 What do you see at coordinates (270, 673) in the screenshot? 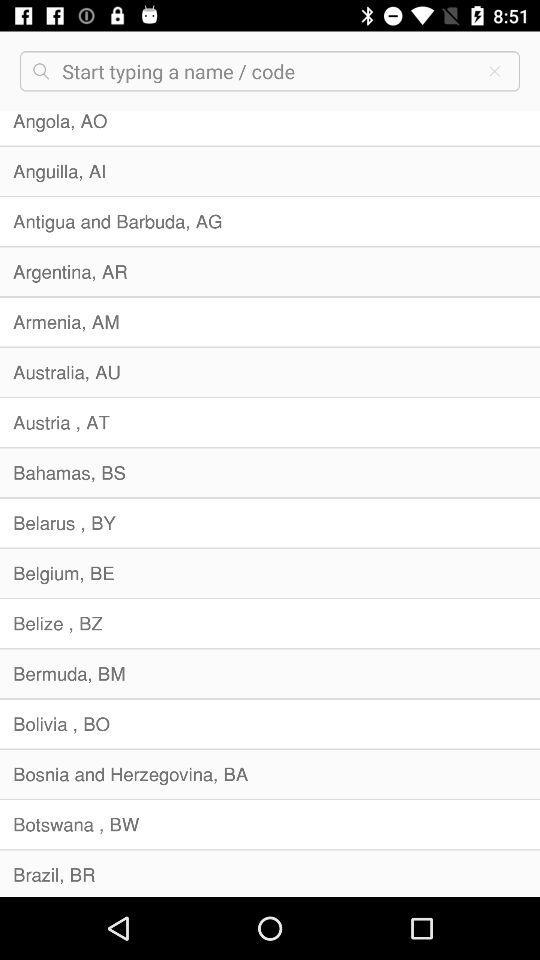
I see `the bermuda, bm icon` at bounding box center [270, 673].